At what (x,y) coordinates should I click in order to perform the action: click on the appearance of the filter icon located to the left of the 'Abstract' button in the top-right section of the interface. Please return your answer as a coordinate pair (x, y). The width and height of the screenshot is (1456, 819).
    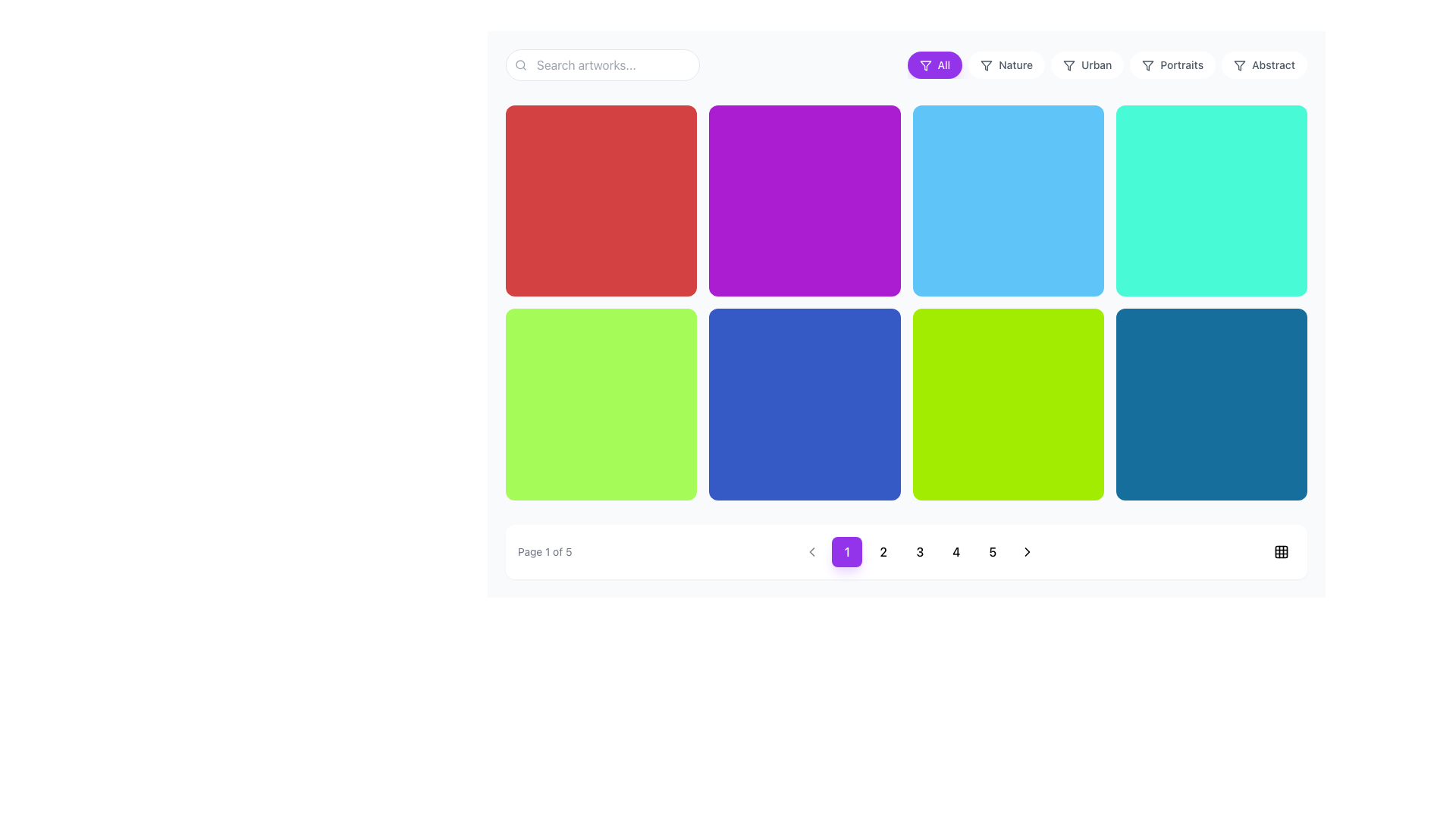
    Looking at the image, I should click on (1240, 65).